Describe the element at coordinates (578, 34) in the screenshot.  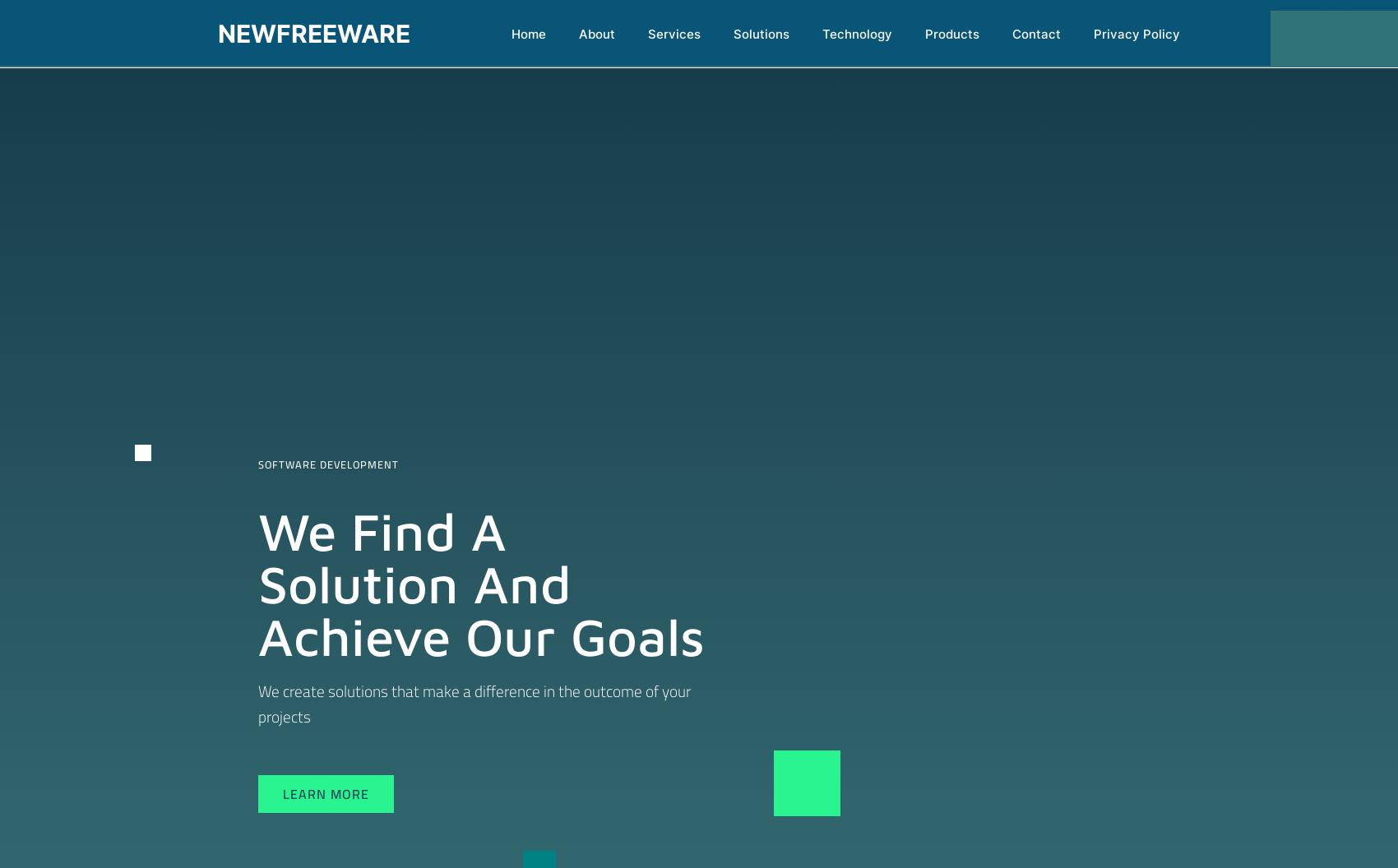
I see `'About'` at that location.